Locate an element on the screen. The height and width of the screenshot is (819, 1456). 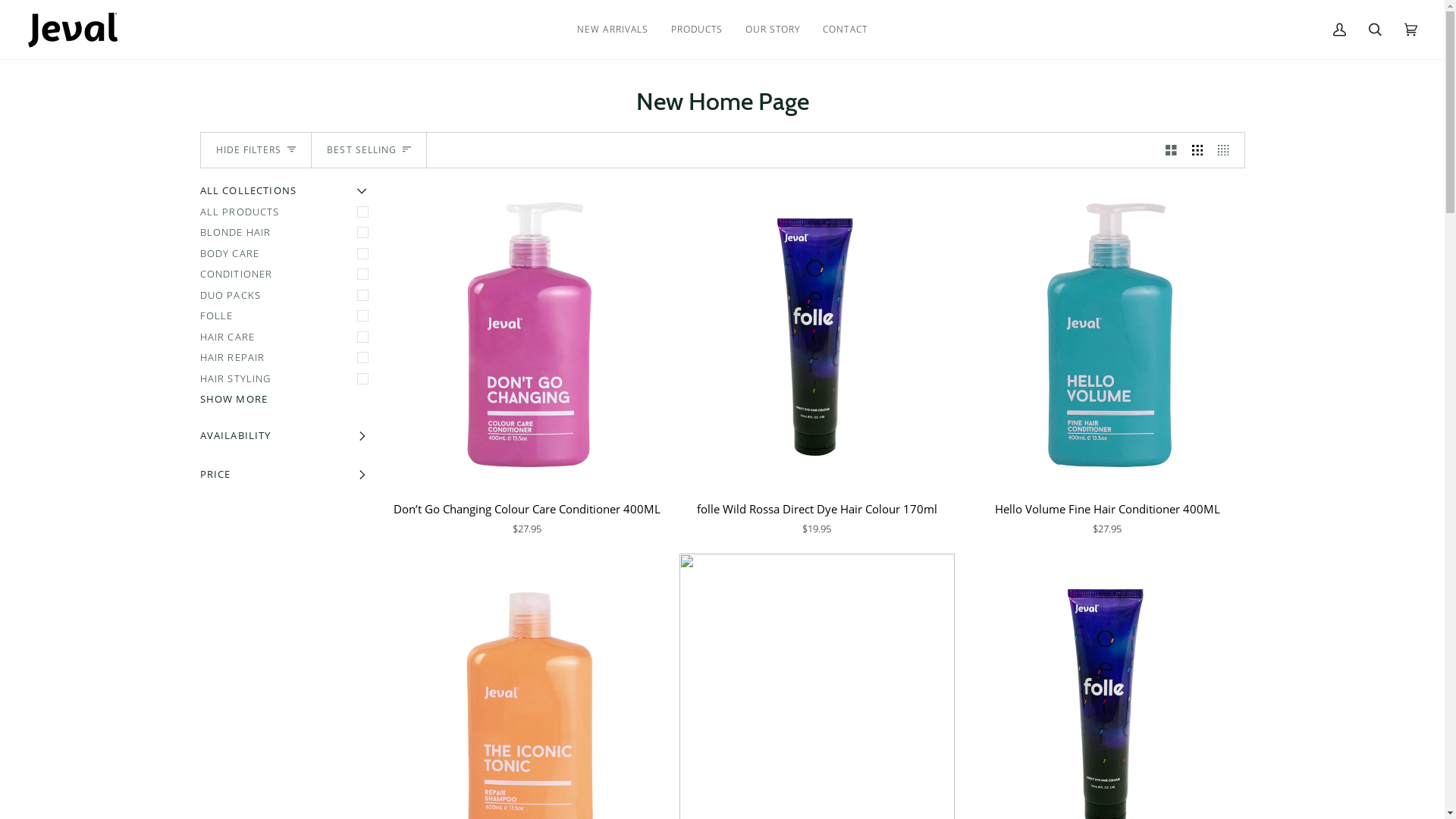
'OUR STORY' is located at coordinates (772, 29).